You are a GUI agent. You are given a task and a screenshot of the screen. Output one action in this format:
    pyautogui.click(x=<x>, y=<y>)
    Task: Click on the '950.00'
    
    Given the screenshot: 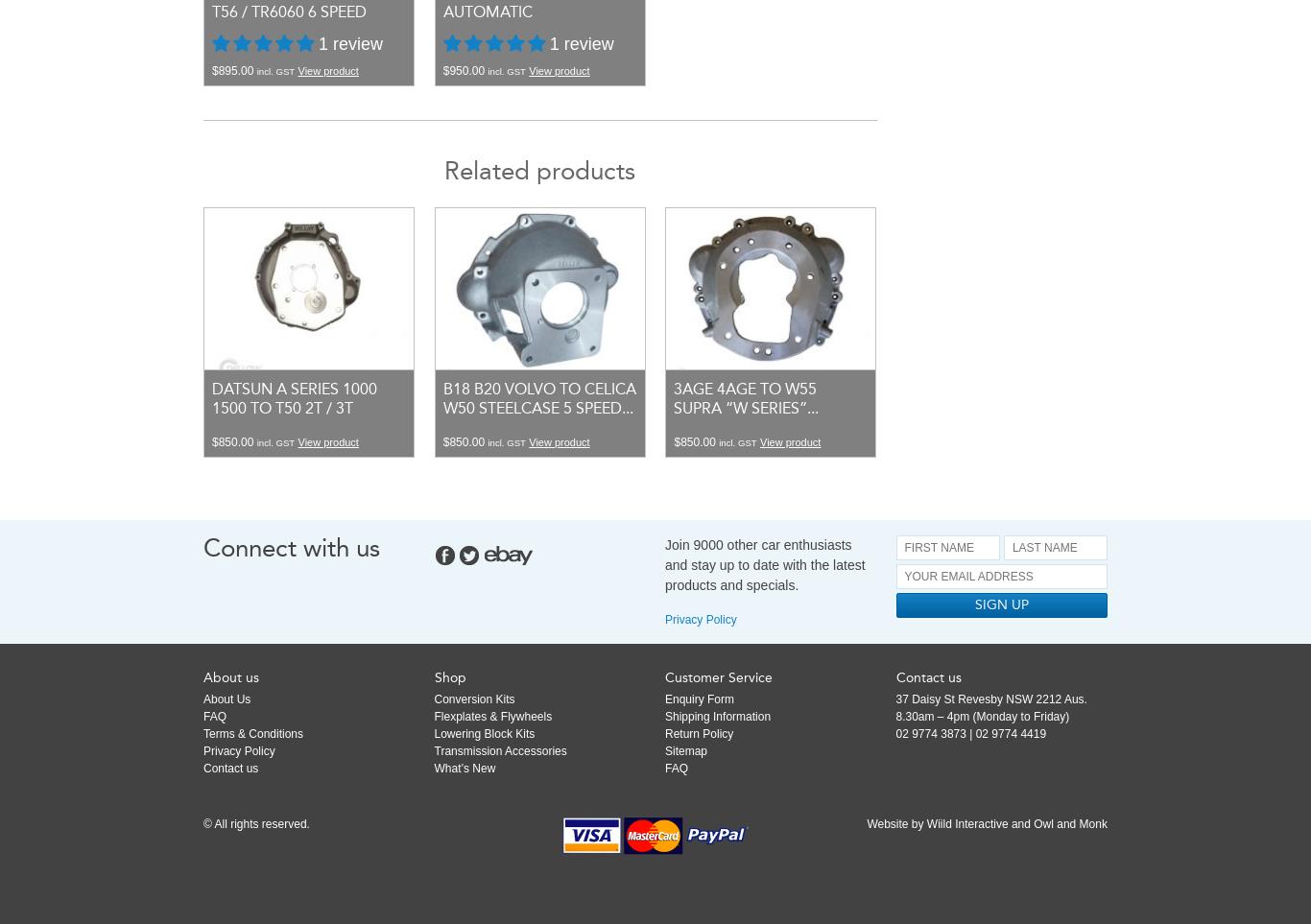 What is the action you would take?
    pyautogui.click(x=466, y=69)
    